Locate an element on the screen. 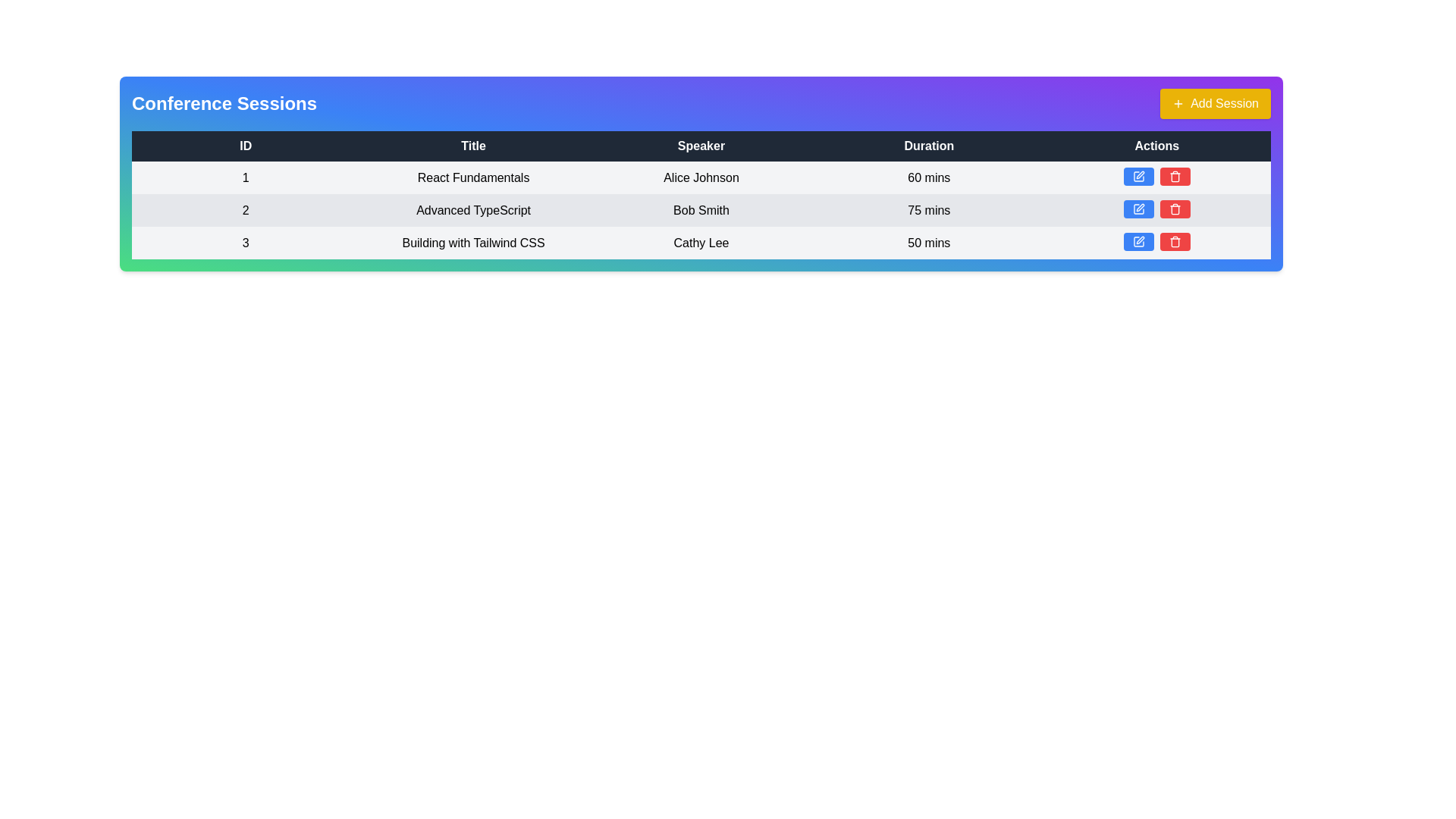 Image resolution: width=1456 pixels, height=819 pixels. the 'edit' button located in the 'Actions' column of the first row in the table, which is to the left of a red trash icon button is located at coordinates (1138, 175).